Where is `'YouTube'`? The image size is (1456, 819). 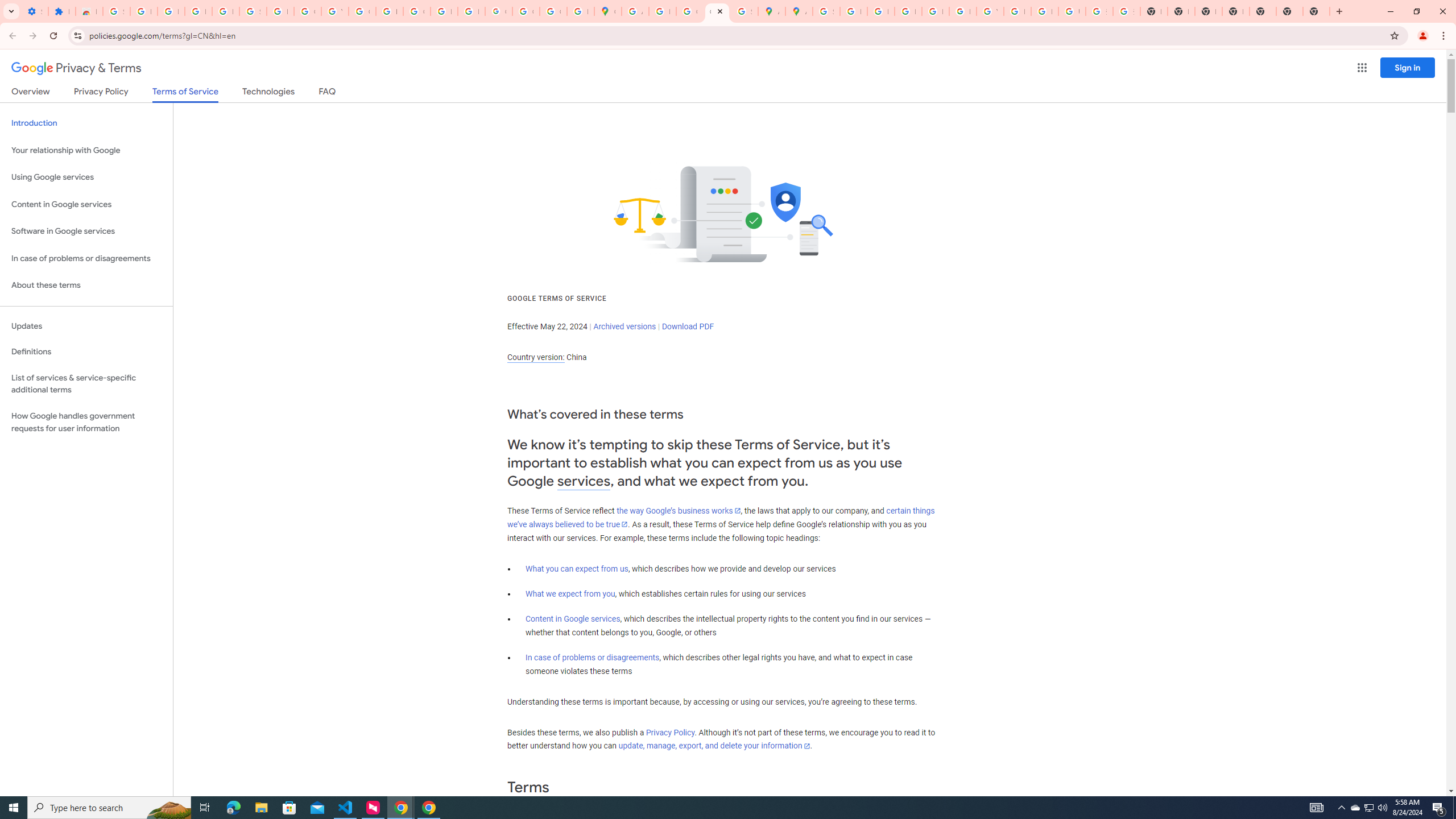 'YouTube' is located at coordinates (334, 11).